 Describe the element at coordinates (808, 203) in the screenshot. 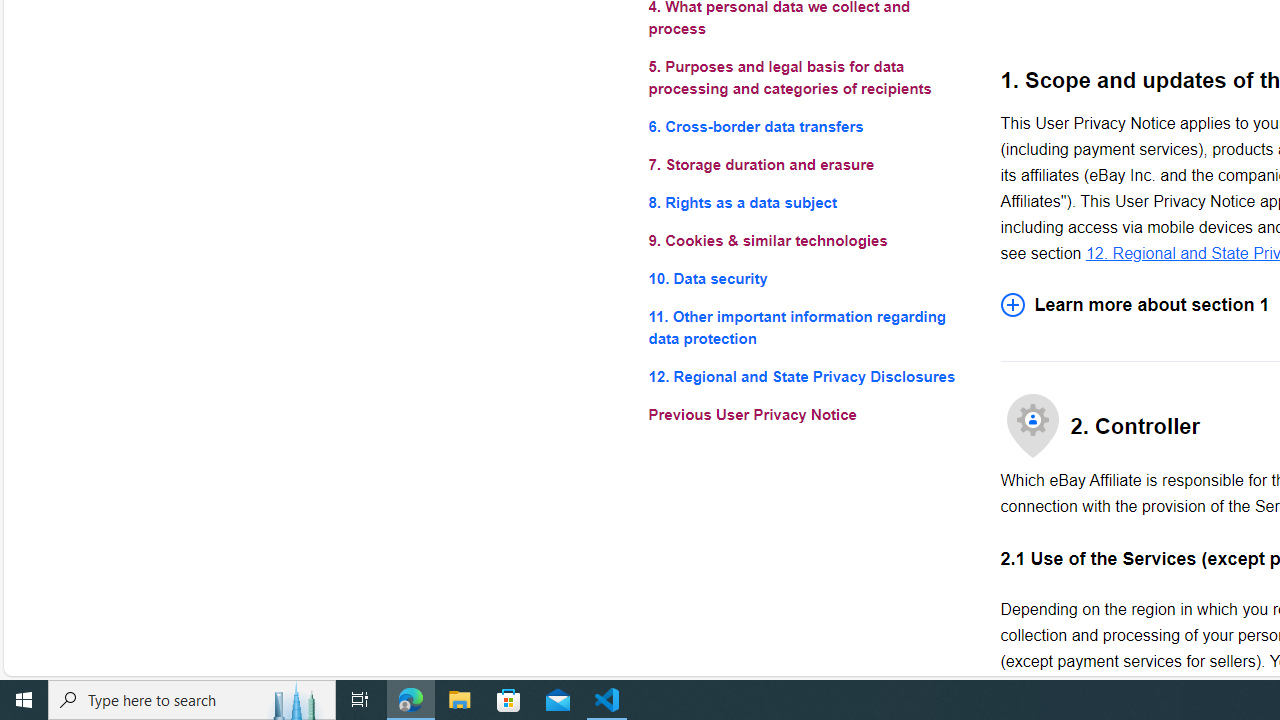

I see `'8. Rights as a data subject'` at that location.